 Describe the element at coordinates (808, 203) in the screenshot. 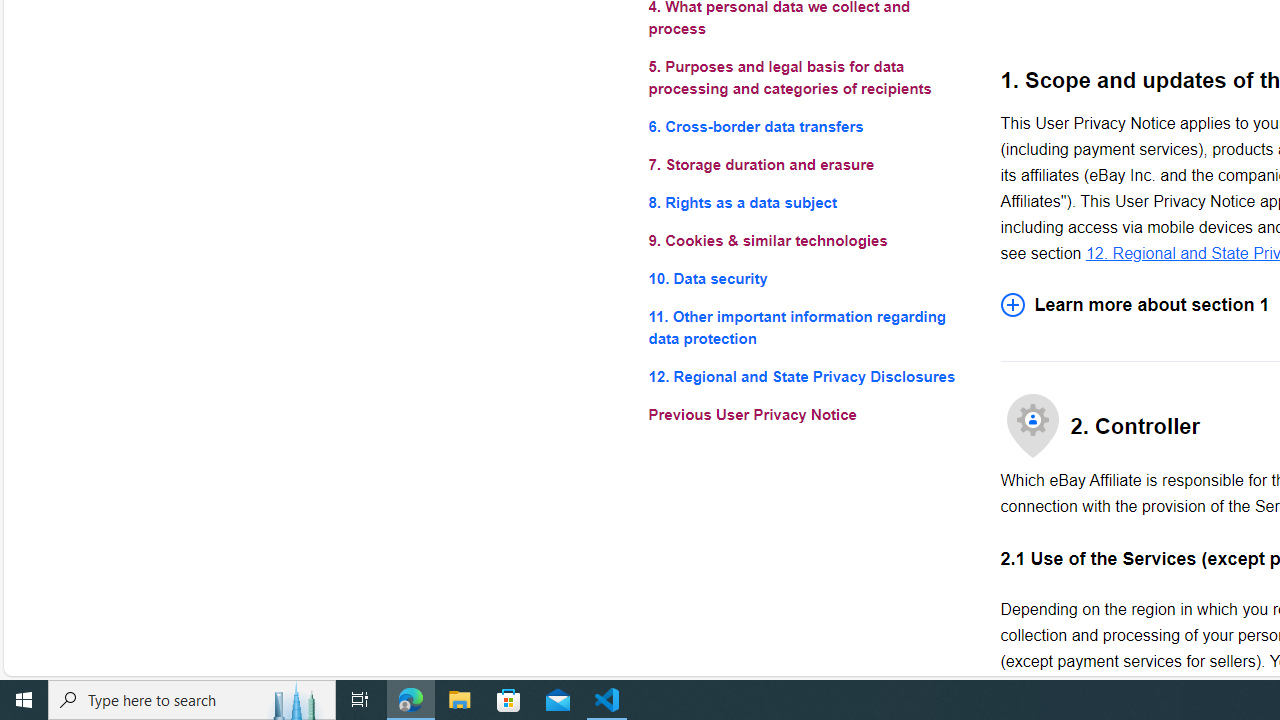

I see `'8. Rights as a data subject'` at that location.